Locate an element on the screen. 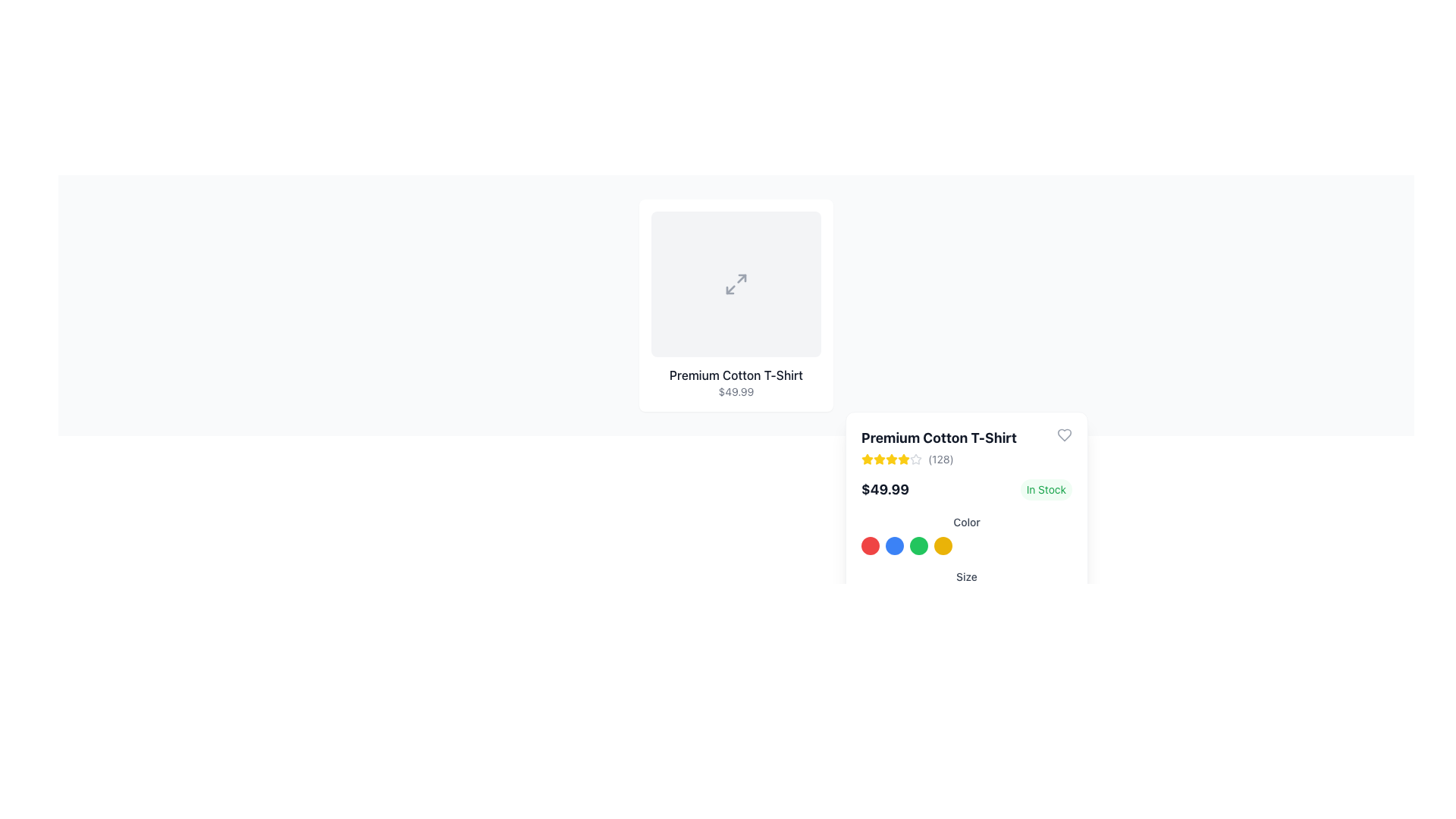 The image size is (1456, 819). the text label reading 'Size' located below the circular color selectors in the product detail popup is located at coordinates (966, 580).